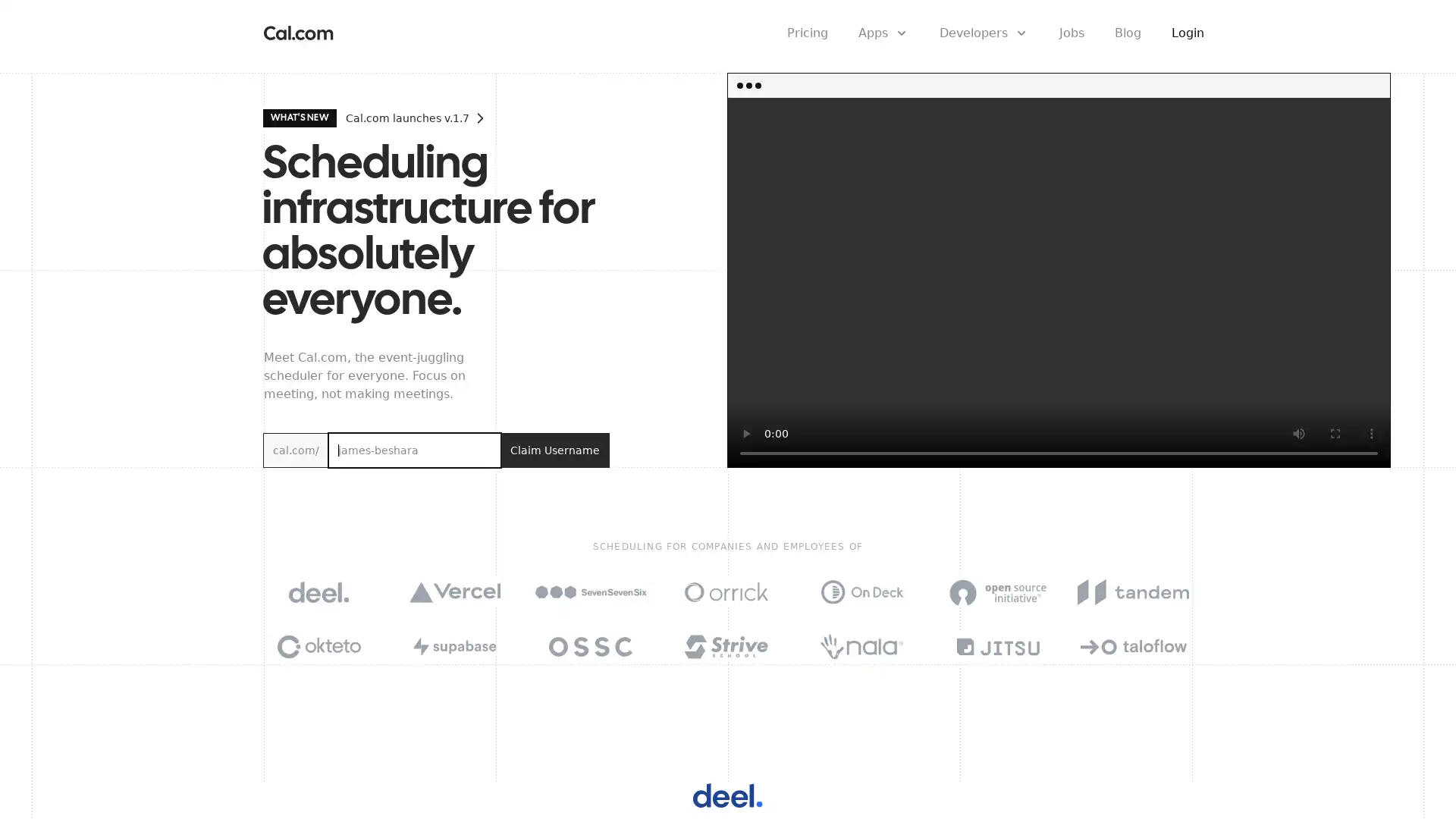  Describe the element at coordinates (745, 433) in the screenshot. I see `play` at that location.